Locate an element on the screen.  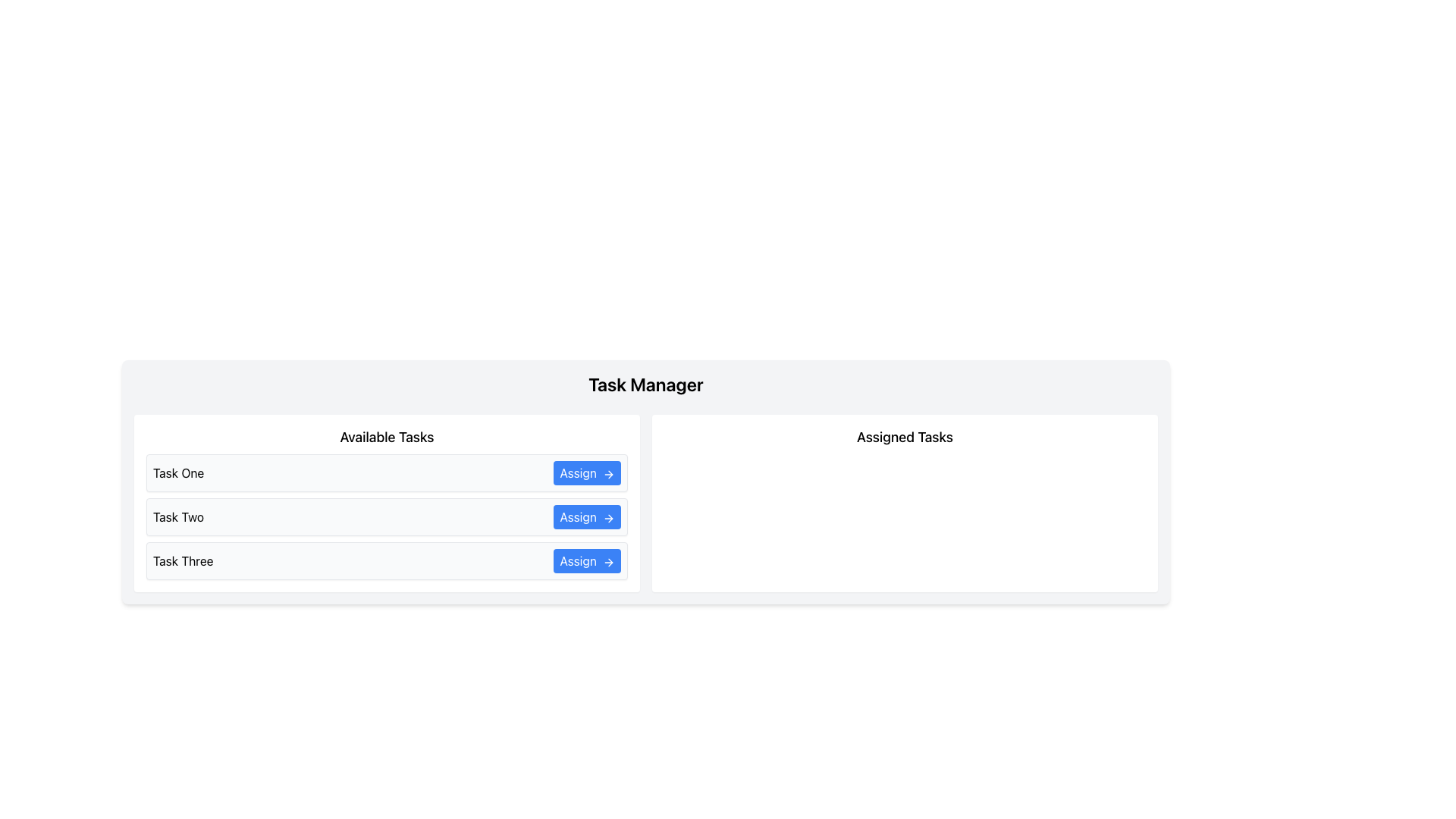
the arrow icon located at the far-right end of the 'Assign' button in the third row of task items under 'Available Tasks' is located at coordinates (608, 561).